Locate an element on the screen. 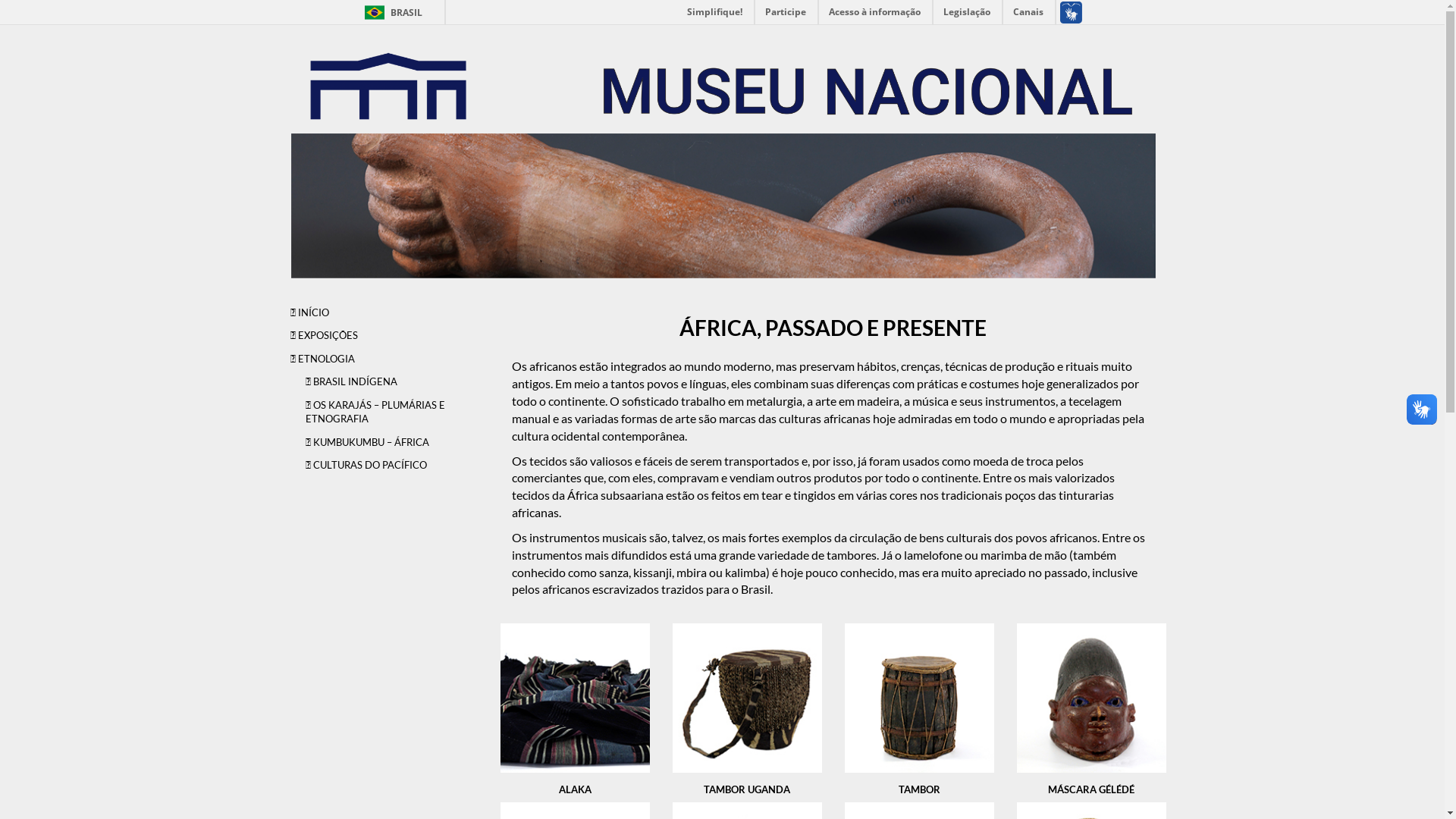  'TAMBOR UGANDA' is located at coordinates (672, 708).